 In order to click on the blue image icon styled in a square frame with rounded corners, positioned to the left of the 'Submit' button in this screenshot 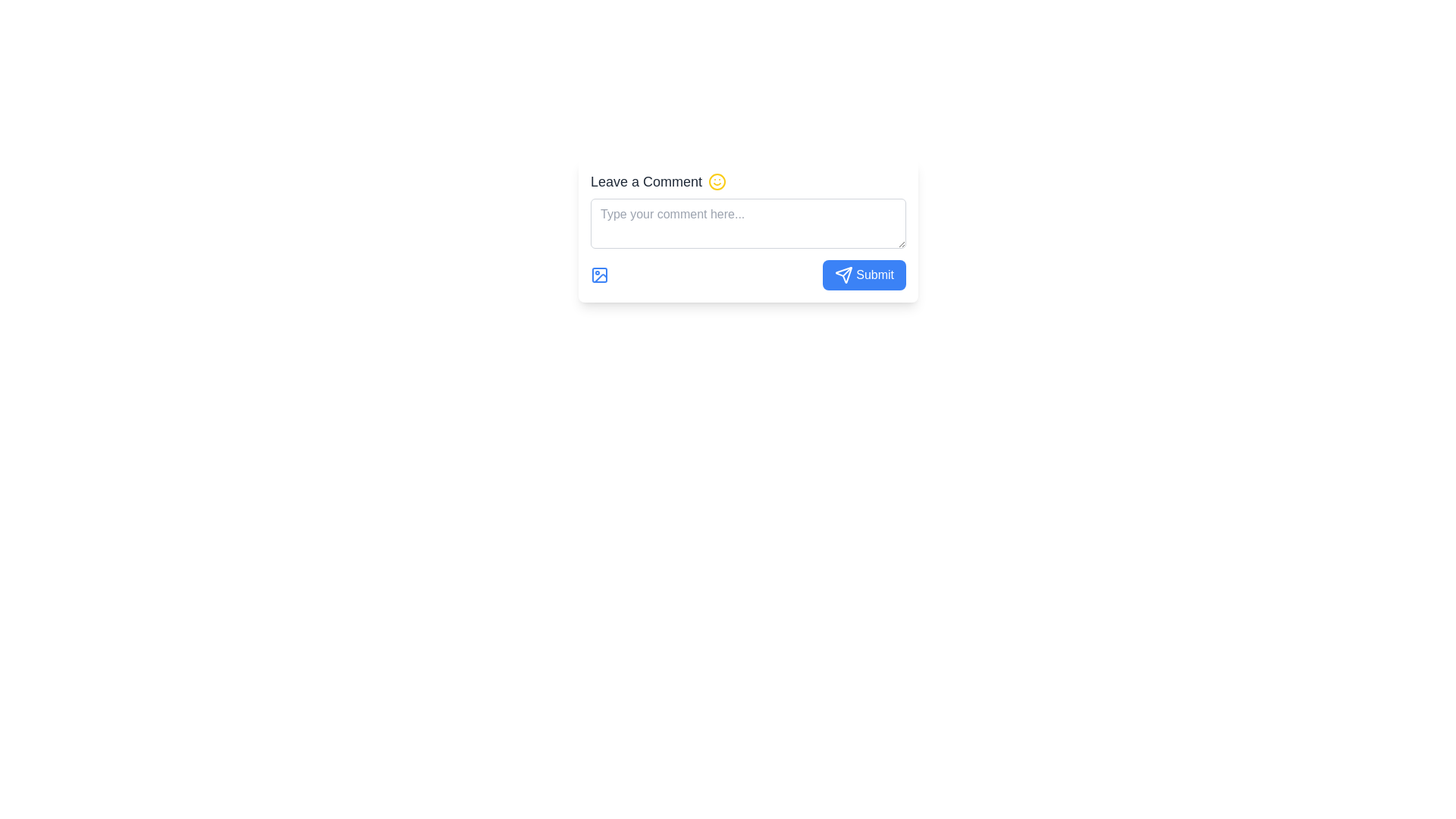, I will do `click(599, 275)`.